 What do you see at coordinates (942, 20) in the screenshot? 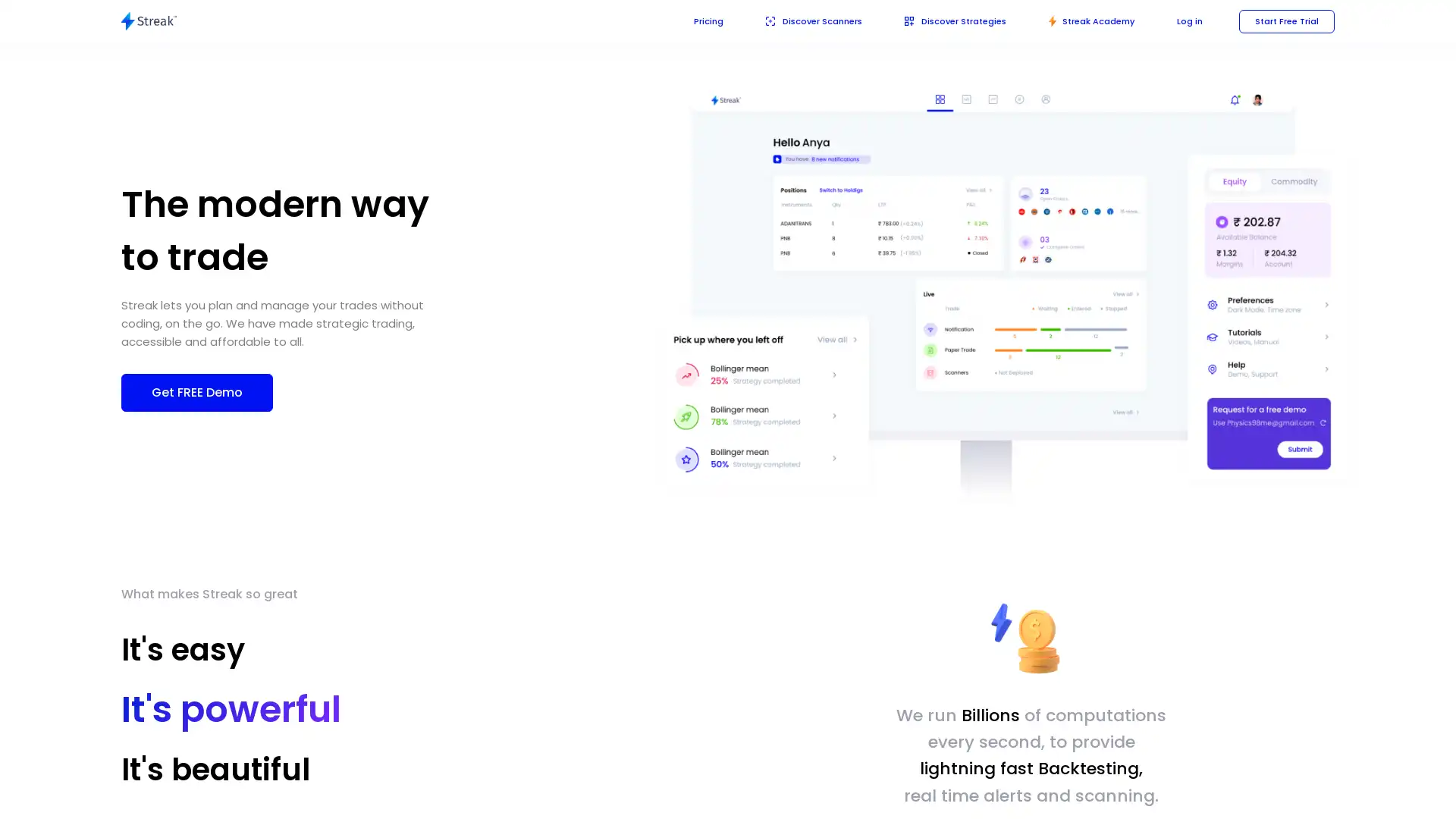
I see `Discover Strategies` at bounding box center [942, 20].